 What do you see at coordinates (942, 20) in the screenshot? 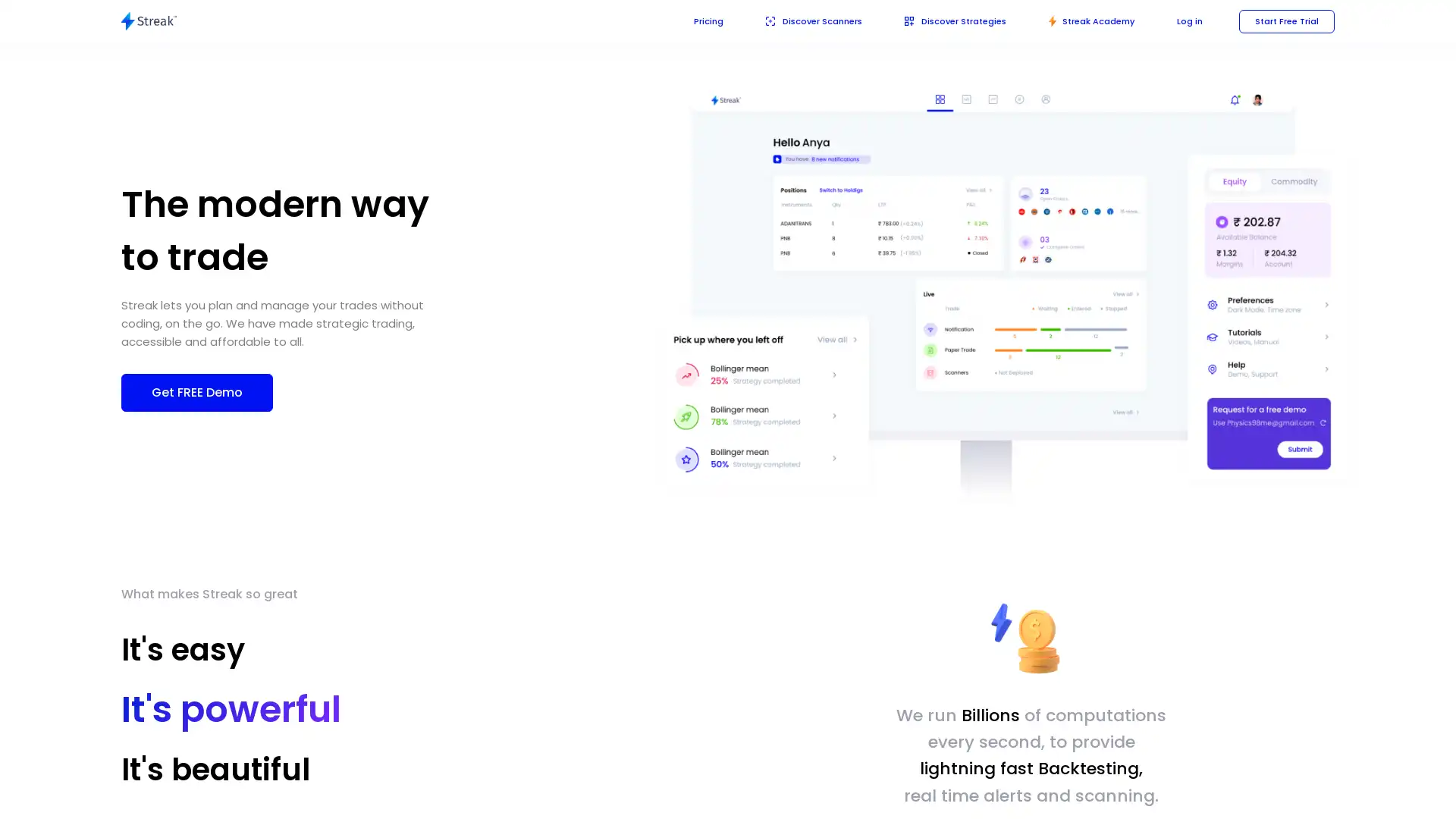
I see `Discover Strategies` at bounding box center [942, 20].